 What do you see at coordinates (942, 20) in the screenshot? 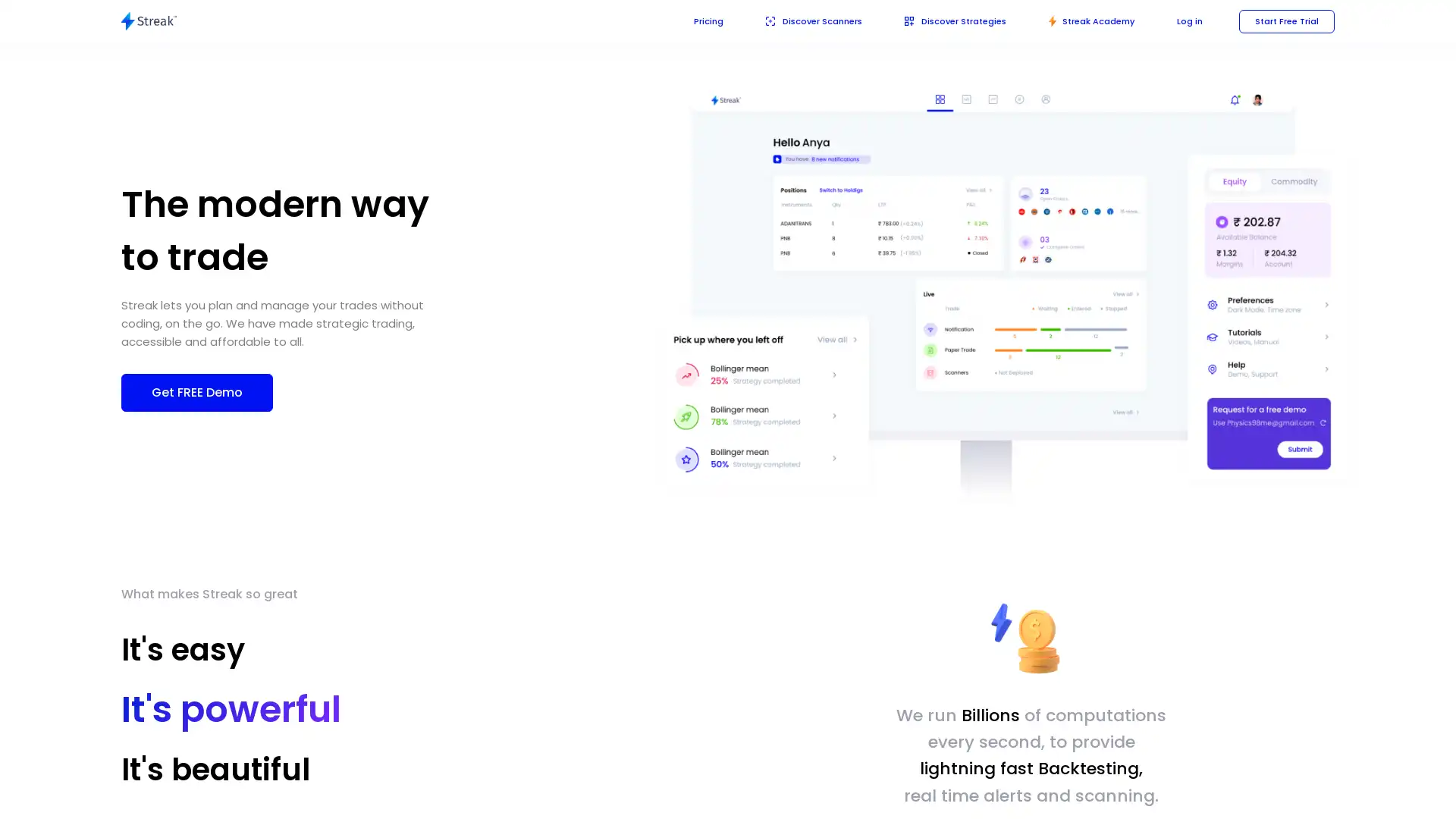
I see `Discover Strategies` at bounding box center [942, 20].